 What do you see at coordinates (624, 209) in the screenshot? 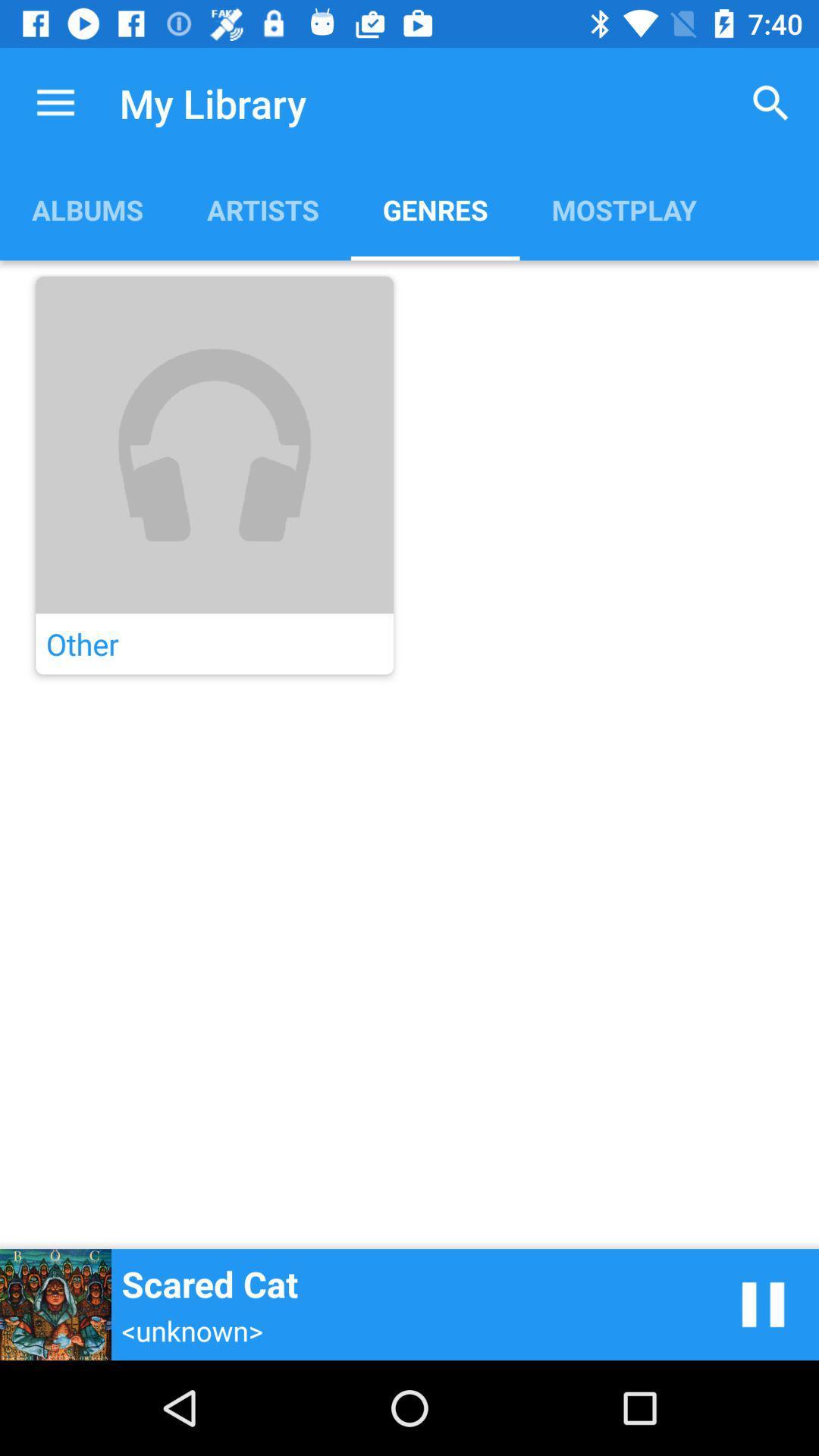
I see `the mostplay app` at bounding box center [624, 209].